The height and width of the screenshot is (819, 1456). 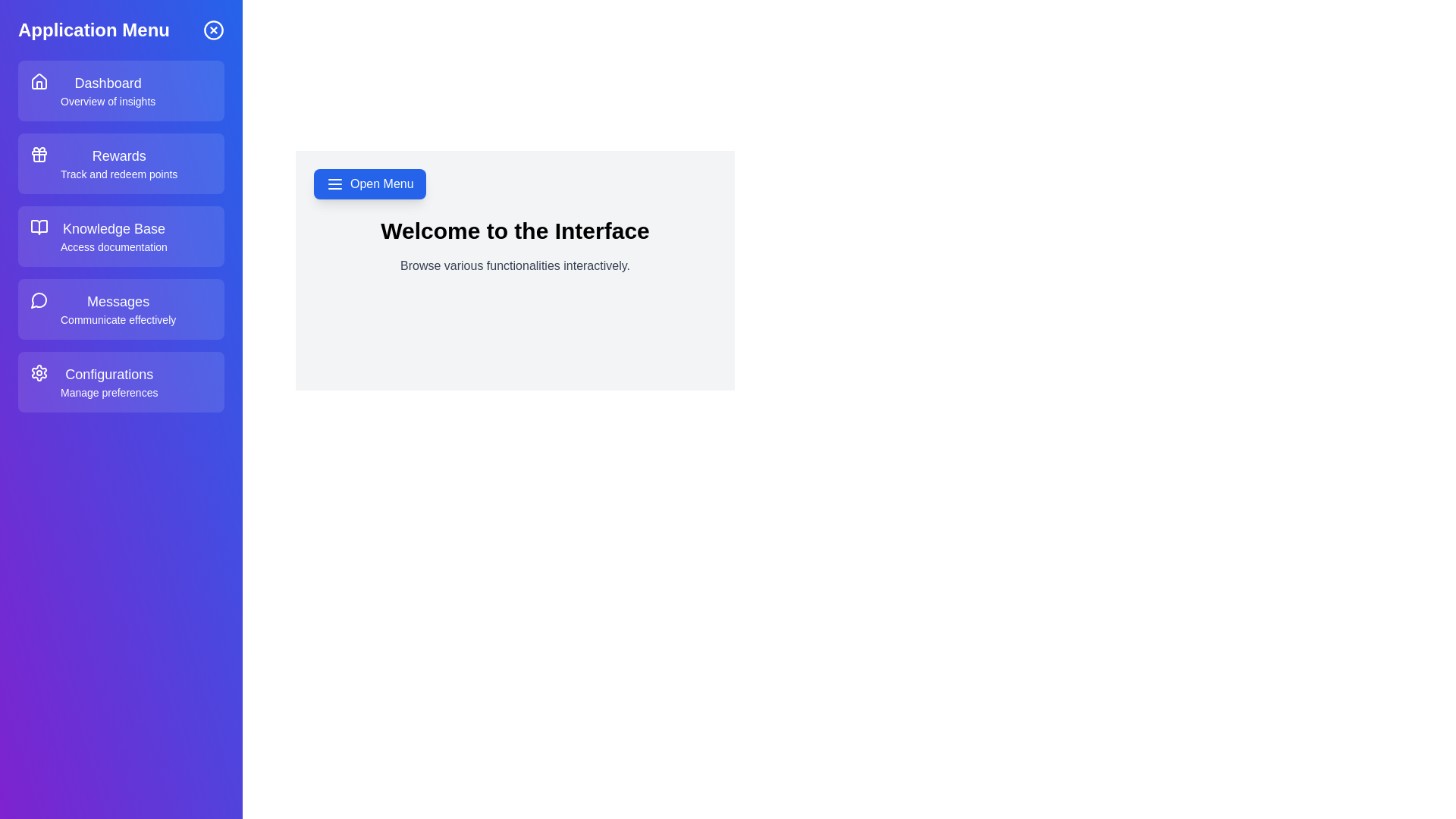 I want to click on the menu item labeled Messages, so click(x=120, y=309).